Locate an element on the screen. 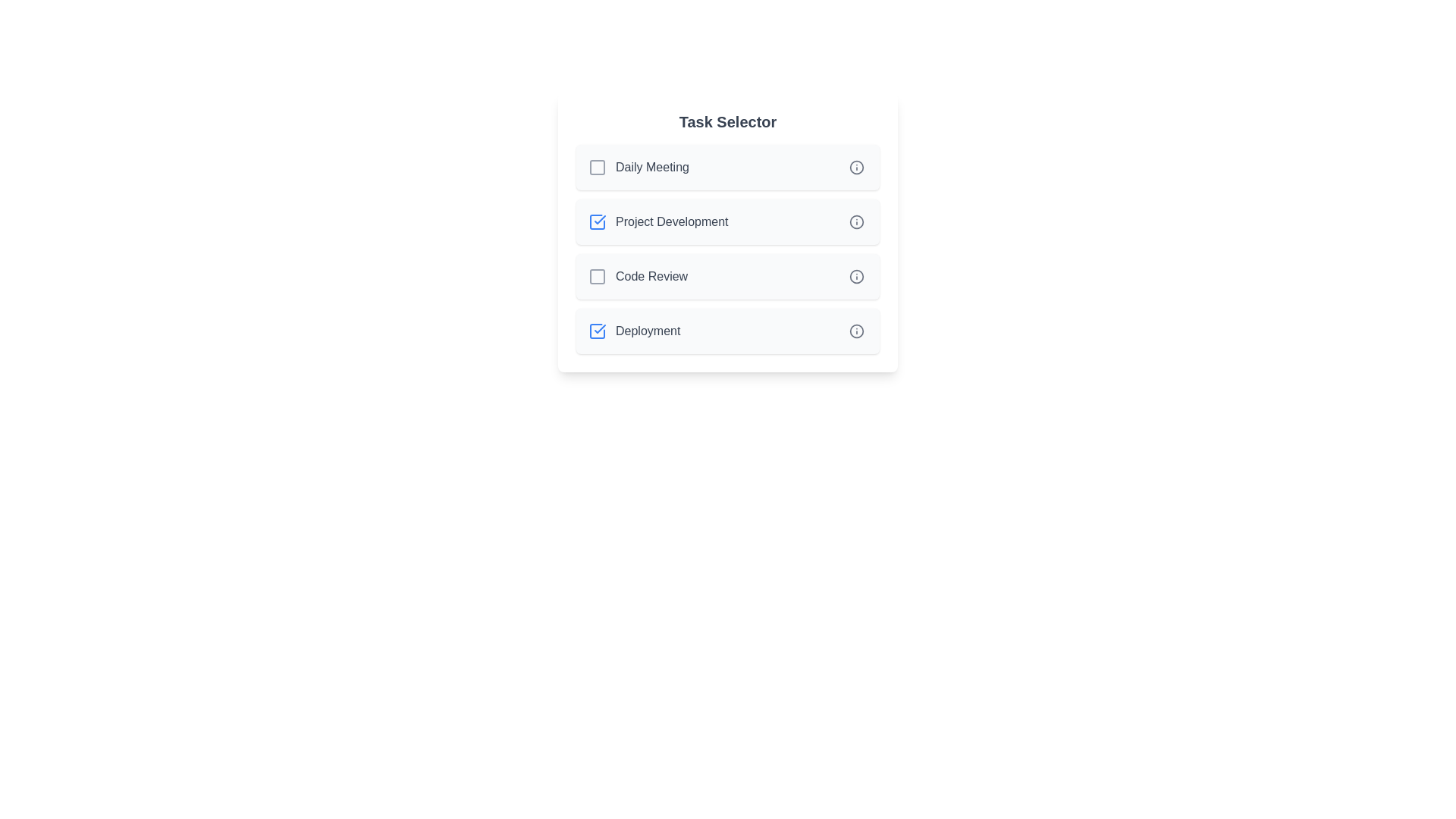  the information icon for Deployment is located at coordinates (856, 330).